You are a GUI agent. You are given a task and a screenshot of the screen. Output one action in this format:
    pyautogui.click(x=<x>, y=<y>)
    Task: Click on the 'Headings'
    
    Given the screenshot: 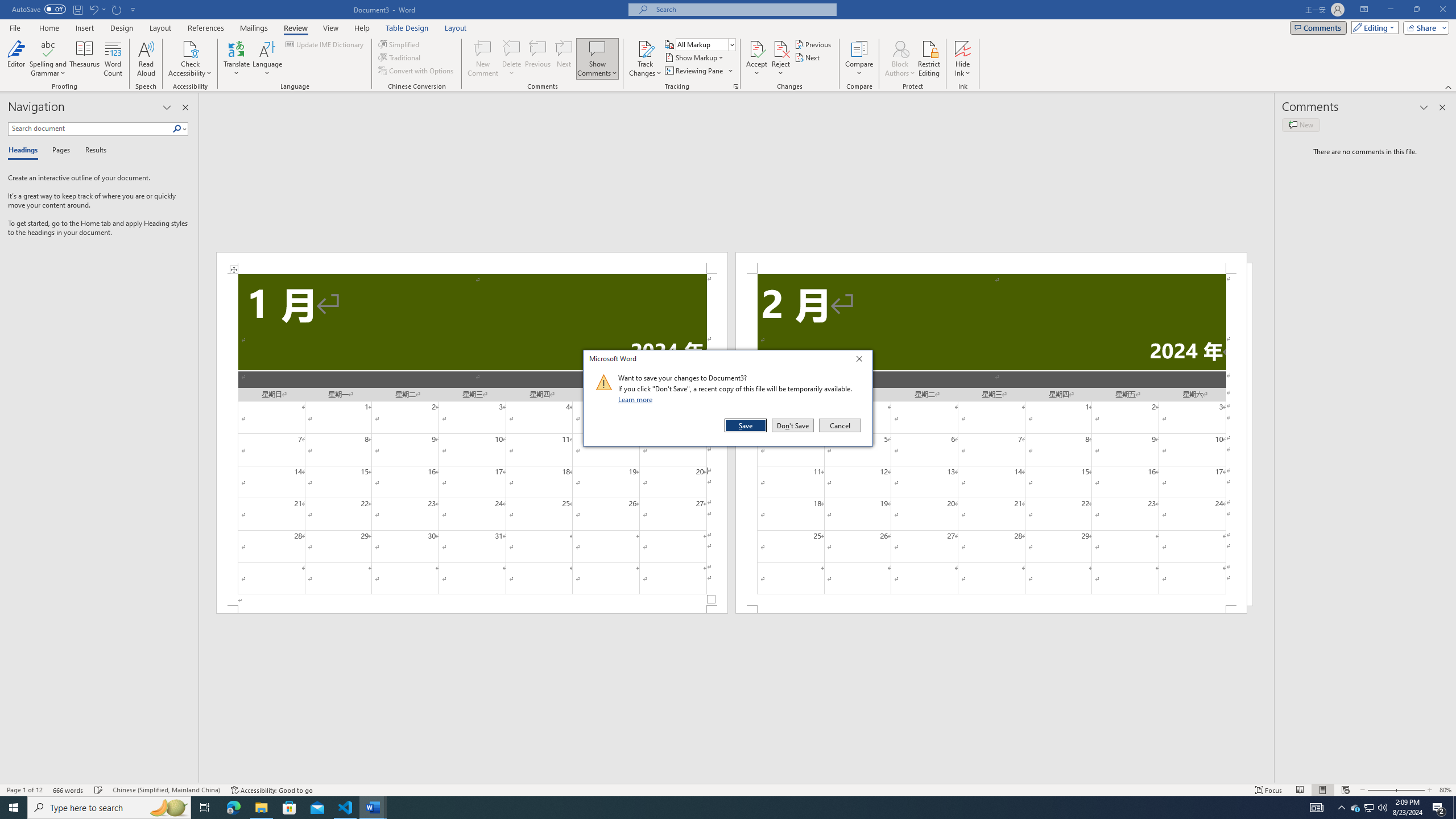 What is the action you would take?
    pyautogui.click(x=25, y=150)
    